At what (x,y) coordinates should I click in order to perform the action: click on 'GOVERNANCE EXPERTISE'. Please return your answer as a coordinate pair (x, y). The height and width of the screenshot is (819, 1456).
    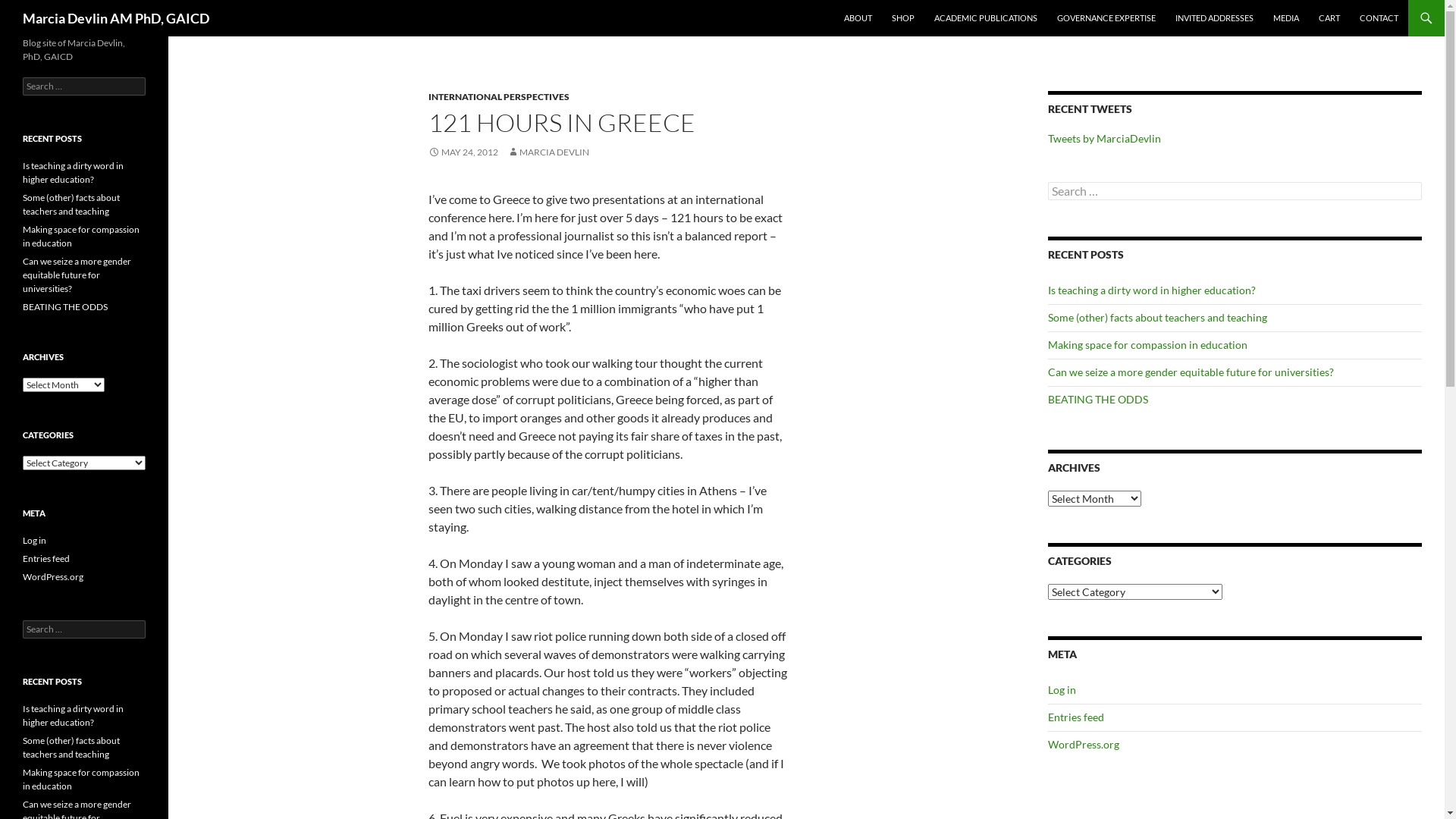
    Looking at the image, I should click on (1047, 17).